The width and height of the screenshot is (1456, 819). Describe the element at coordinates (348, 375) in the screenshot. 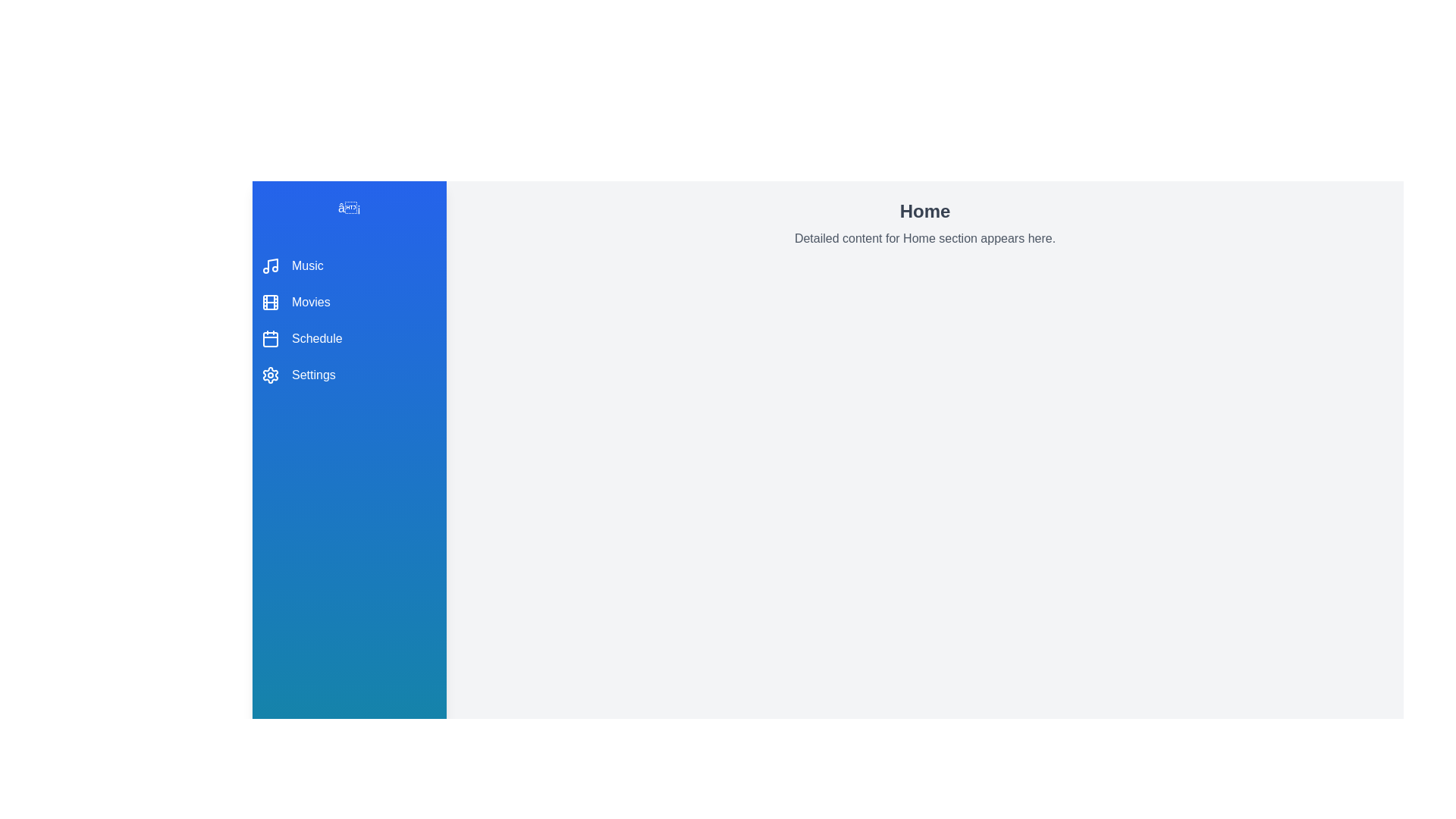

I see `the menu item Settings` at that location.